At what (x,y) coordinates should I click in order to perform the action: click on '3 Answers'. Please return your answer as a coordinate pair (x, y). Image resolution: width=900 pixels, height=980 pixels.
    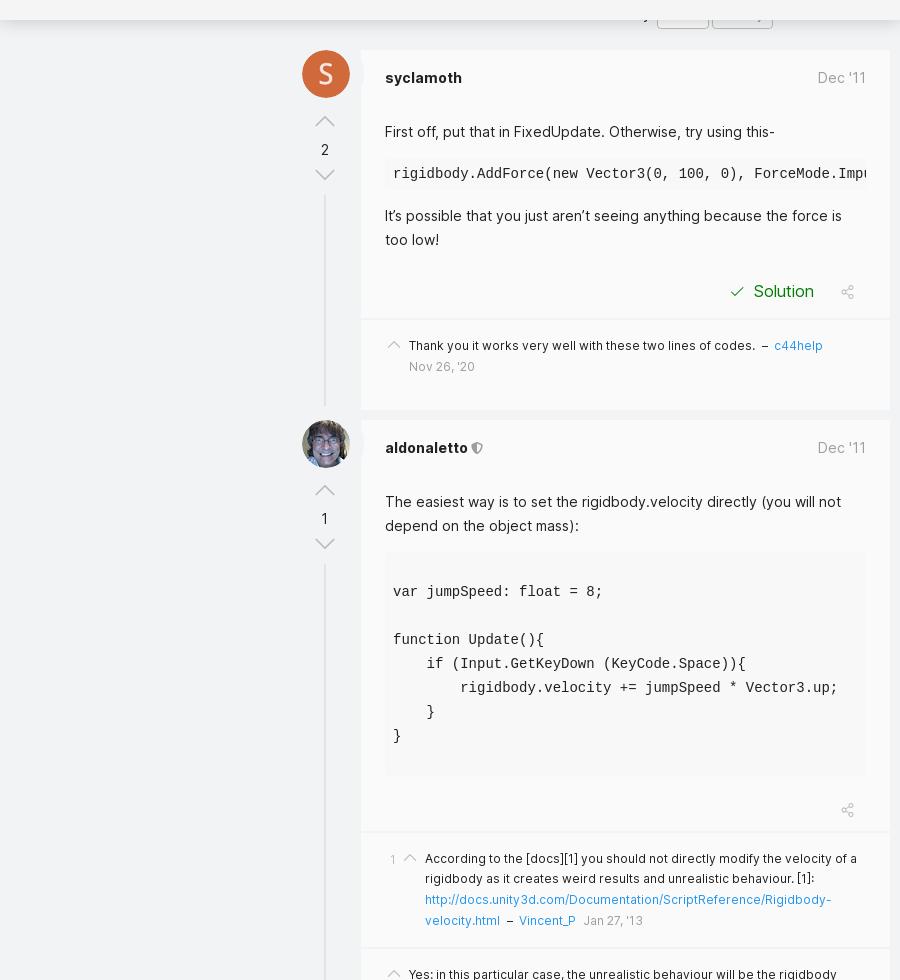
    Looking at the image, I should click on (347, 13).